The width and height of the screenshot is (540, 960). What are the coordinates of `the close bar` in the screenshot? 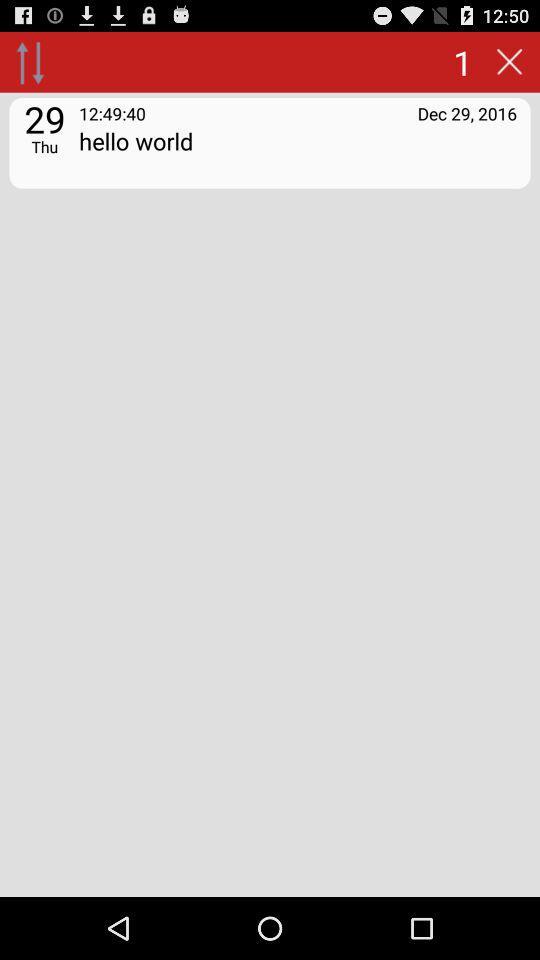 It's located at (509, 61).